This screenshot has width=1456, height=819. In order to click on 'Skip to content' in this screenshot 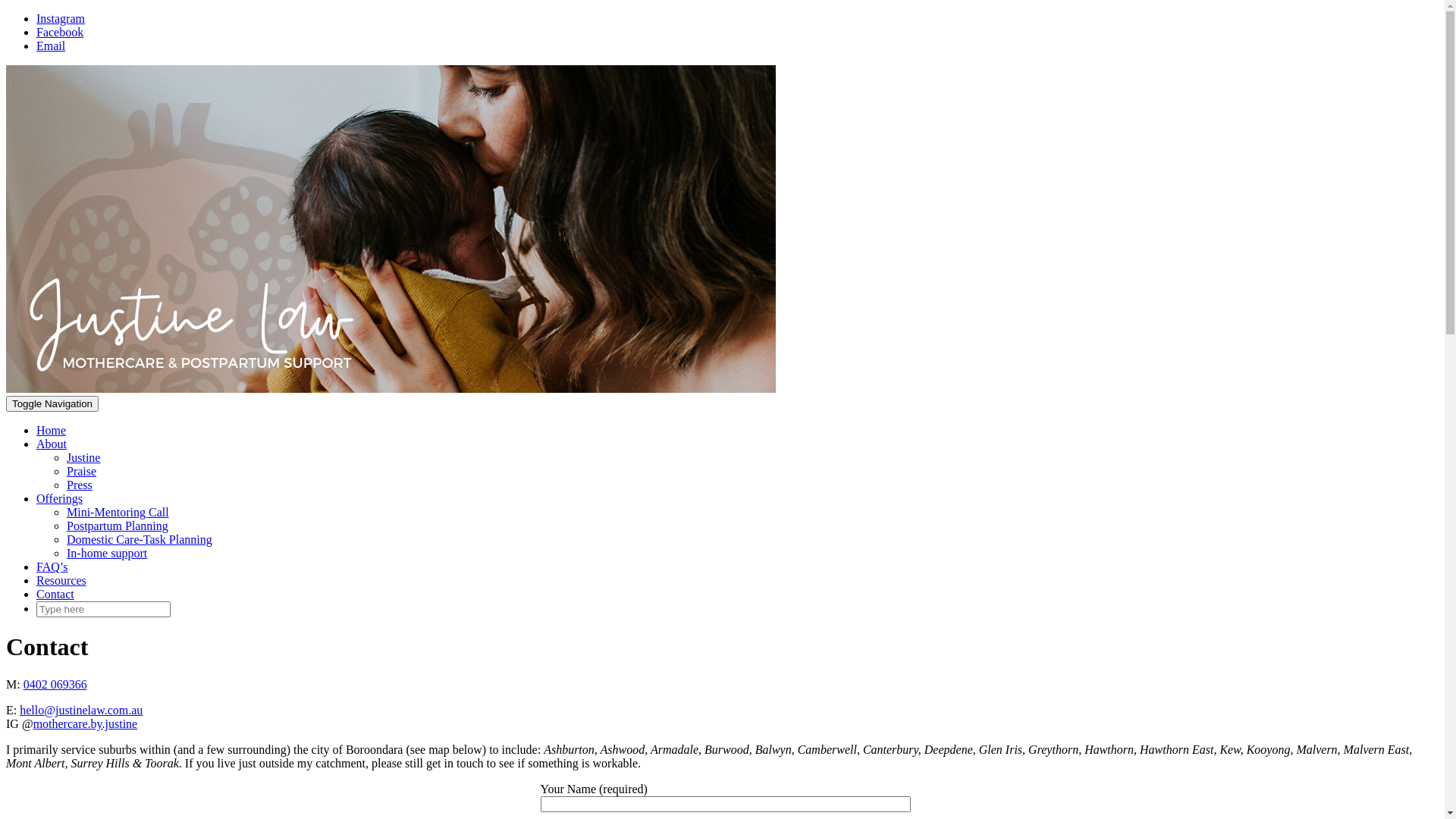, I will do `click(5, 11)`.